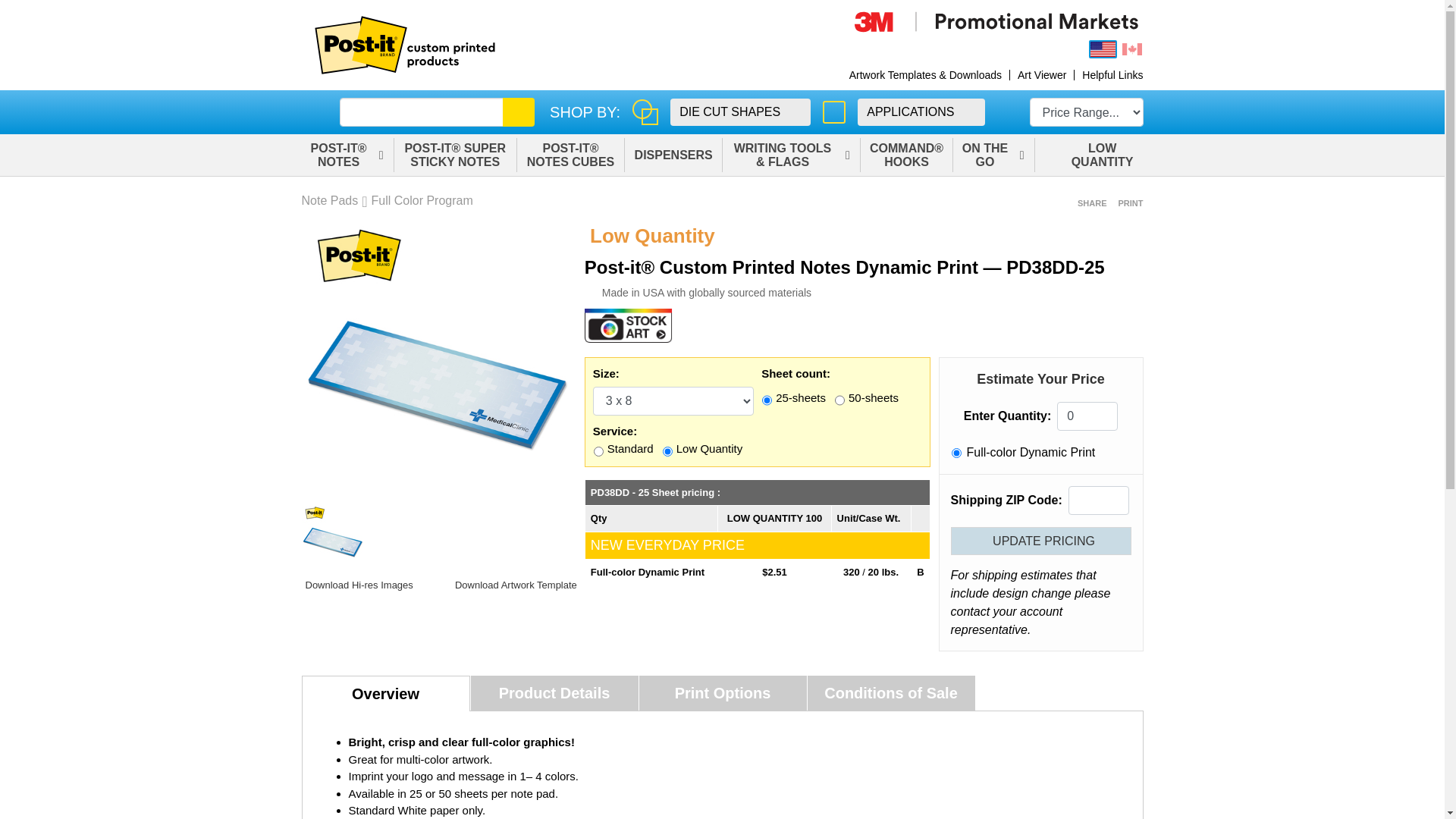 The height and width of the screenshot is (819, 1456). I want to click on 'Product Details', so click(553, 693).